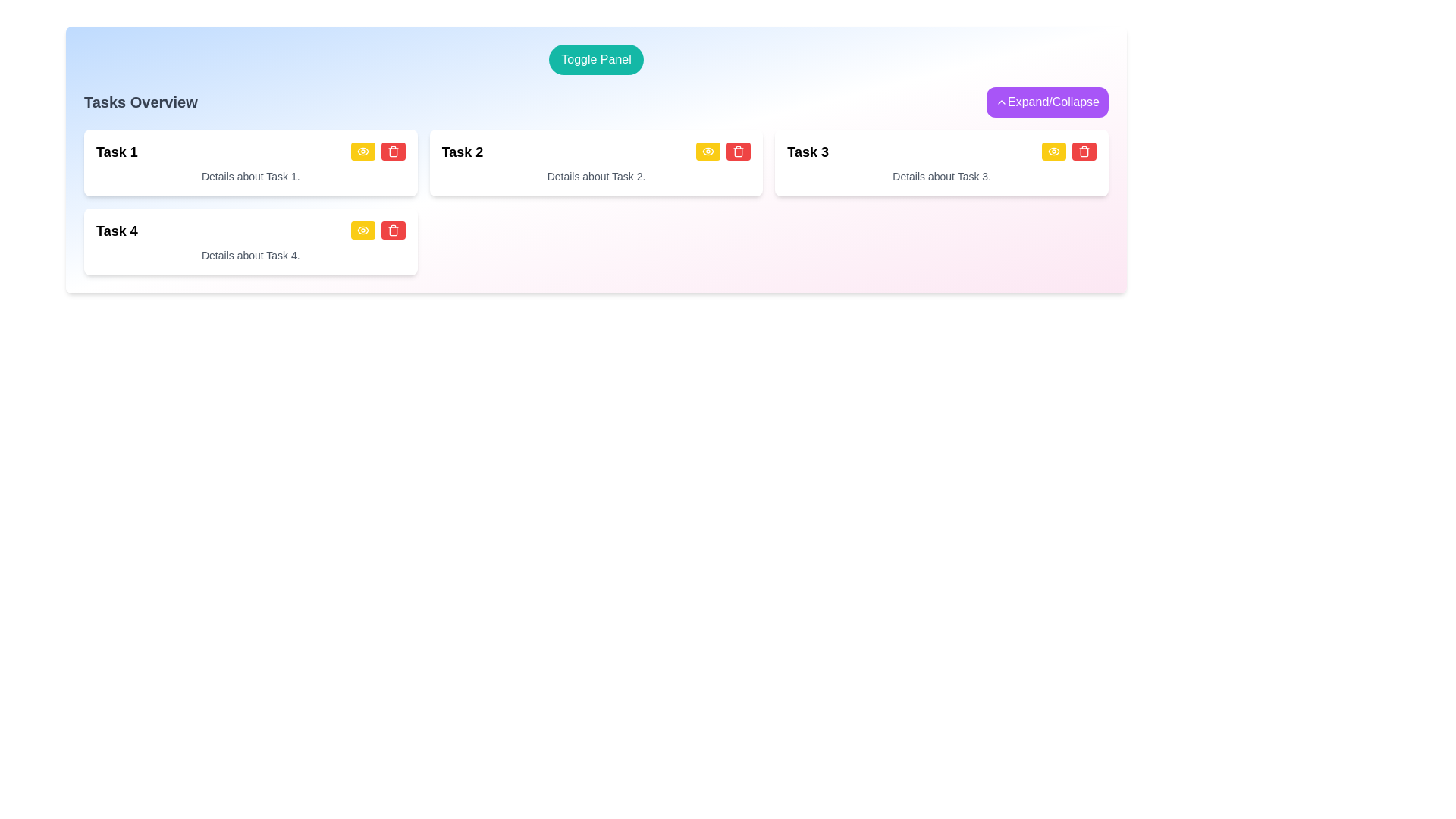  Describe the element at coordinates (1053, 151) in the screenshot. I see `the first button in the toolbar of the card for 'Task 3'` at that location.